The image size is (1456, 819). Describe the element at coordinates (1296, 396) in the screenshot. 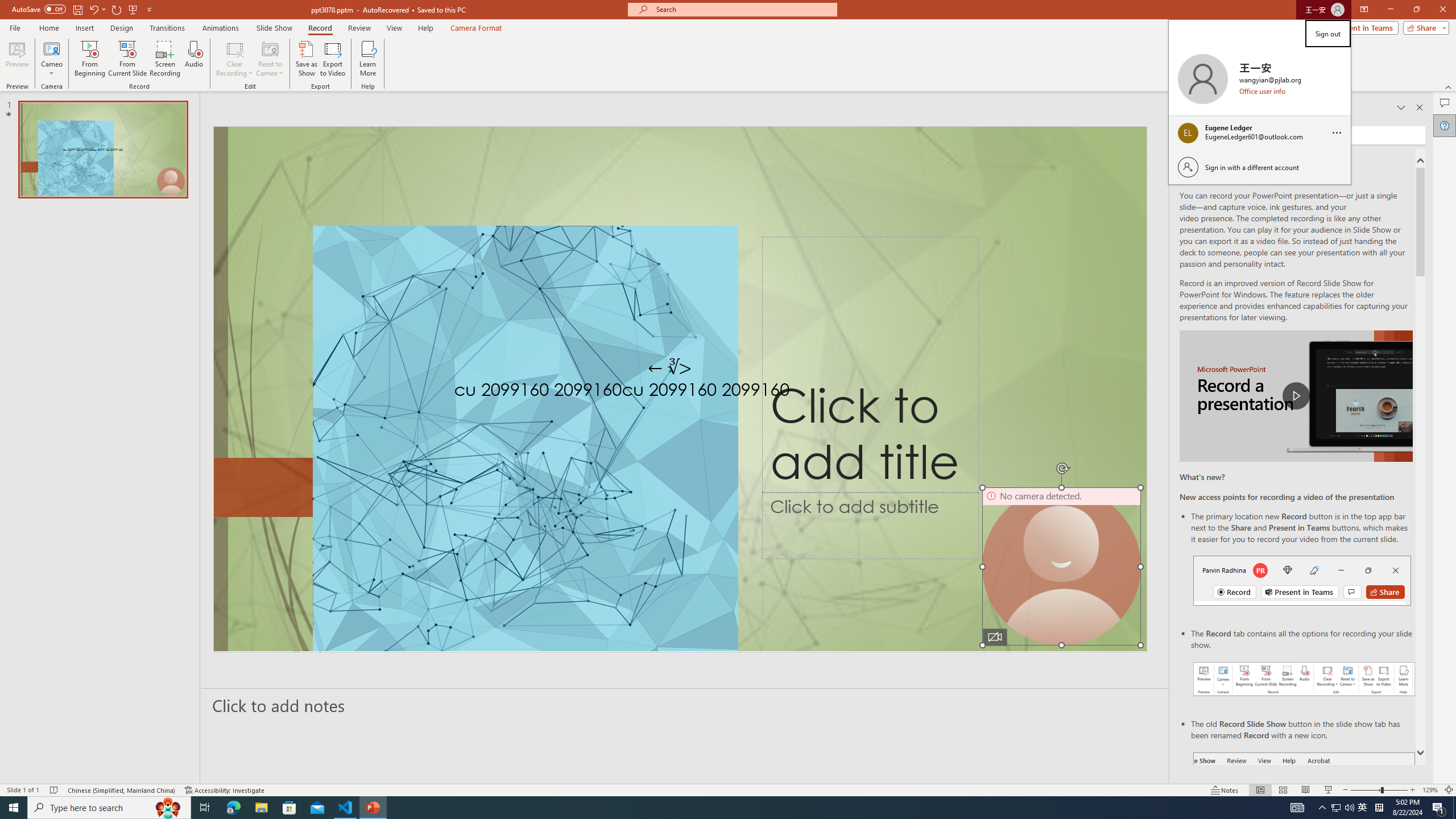

I see `'play Record a Presentation'` at that location.